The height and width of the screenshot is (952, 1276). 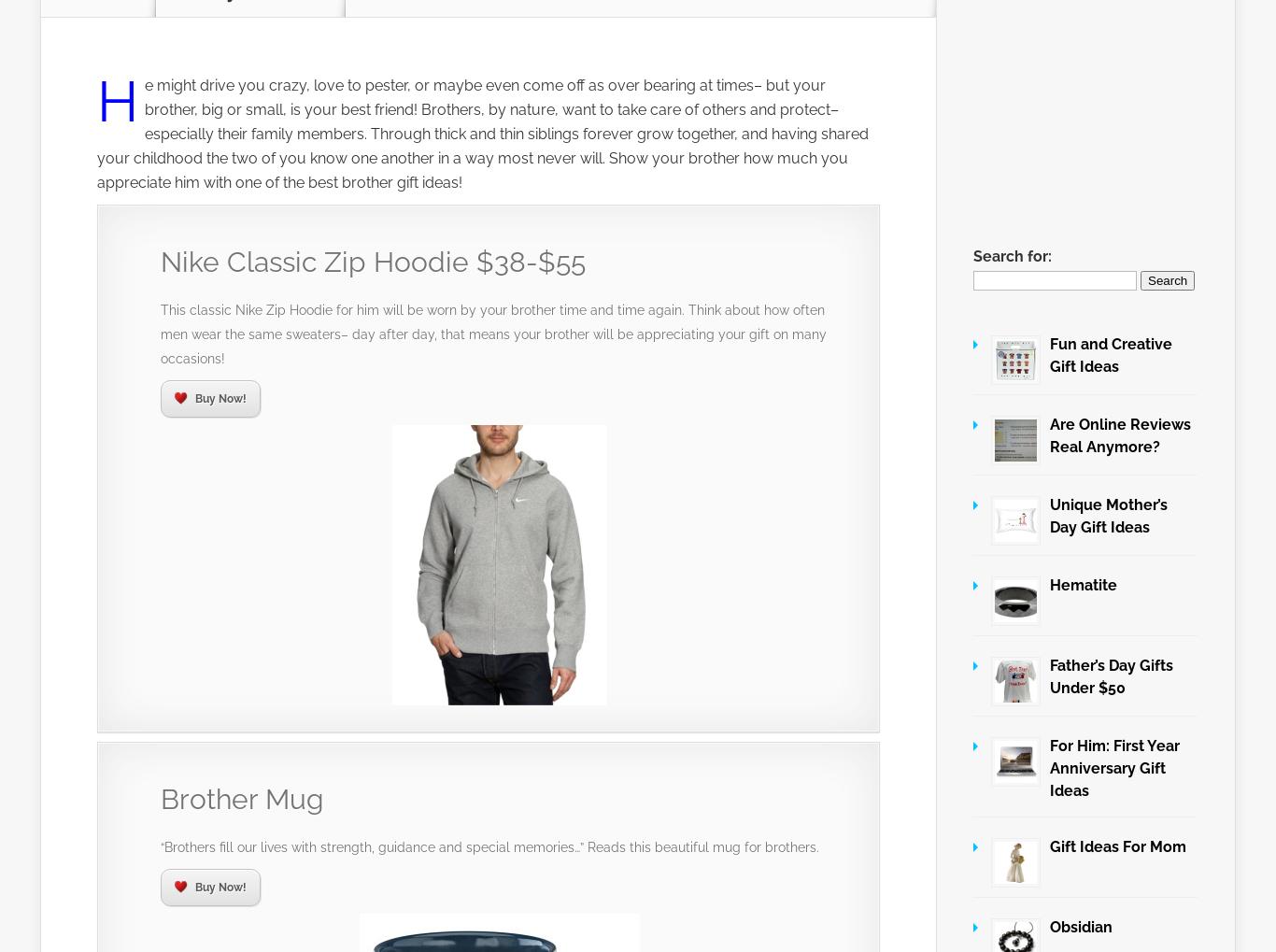 I want to click on '“Brothers fill our lives with strength, guidance and special memories…” Reads this beautiful mug for brothers.', so click(x=489, y=847).